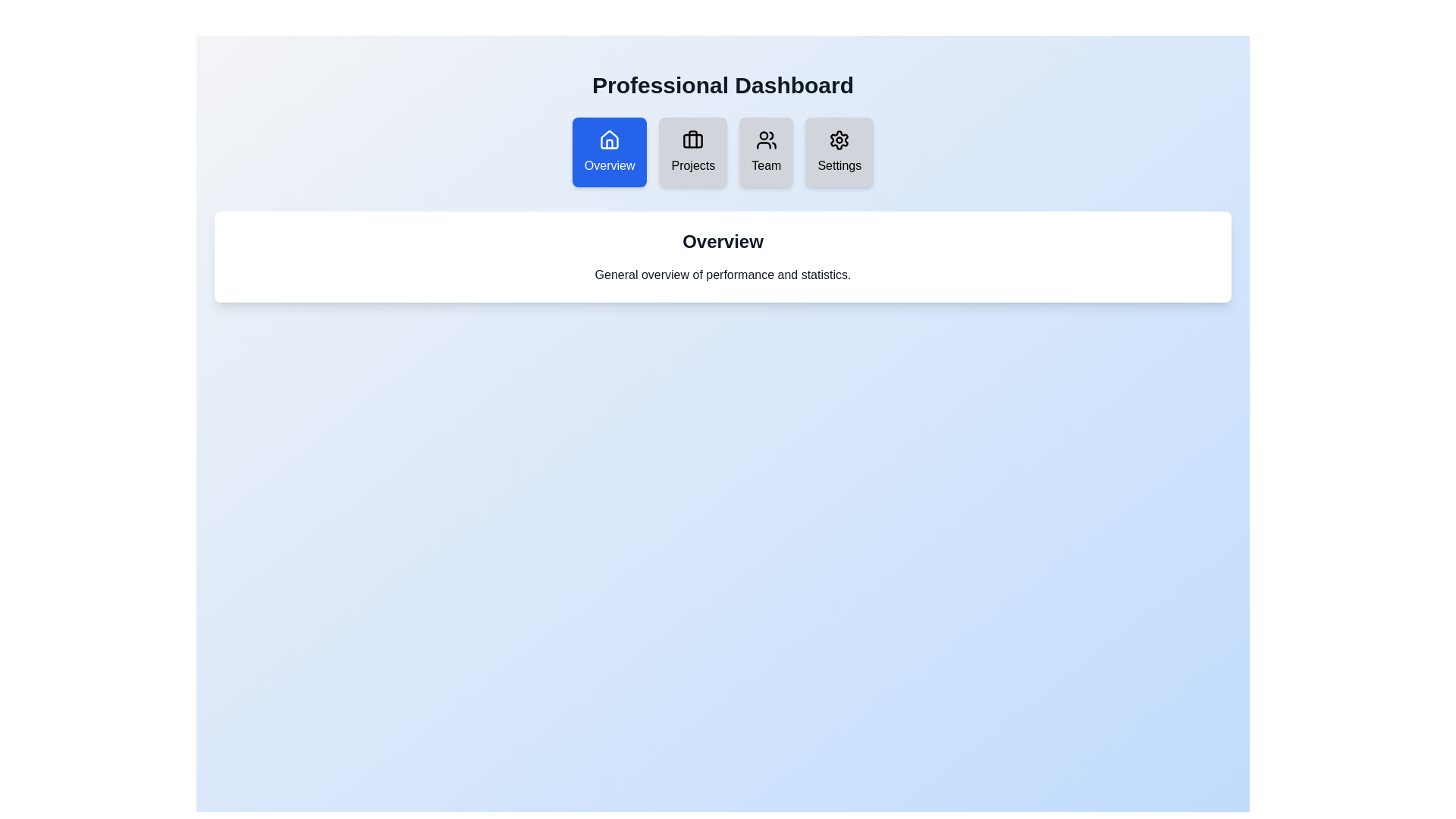 This screenshot has height=819, width=1456. Describe the element at coordinates (839, 152) in the screenshot. I see `the Settings tab by clicking on it` at that location.